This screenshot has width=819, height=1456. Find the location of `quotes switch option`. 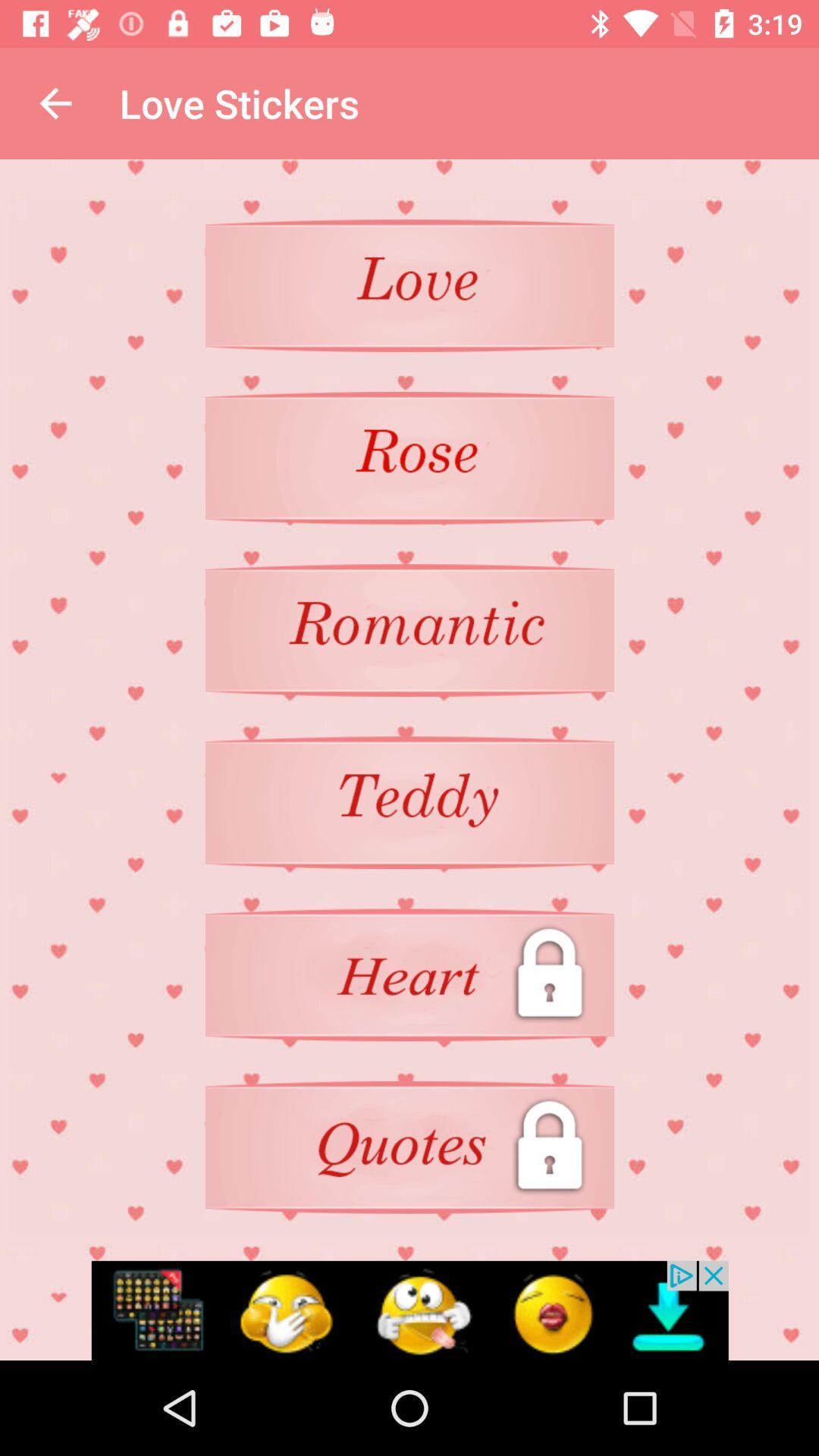

quotes switch option is located at coordinates (409, 1147).